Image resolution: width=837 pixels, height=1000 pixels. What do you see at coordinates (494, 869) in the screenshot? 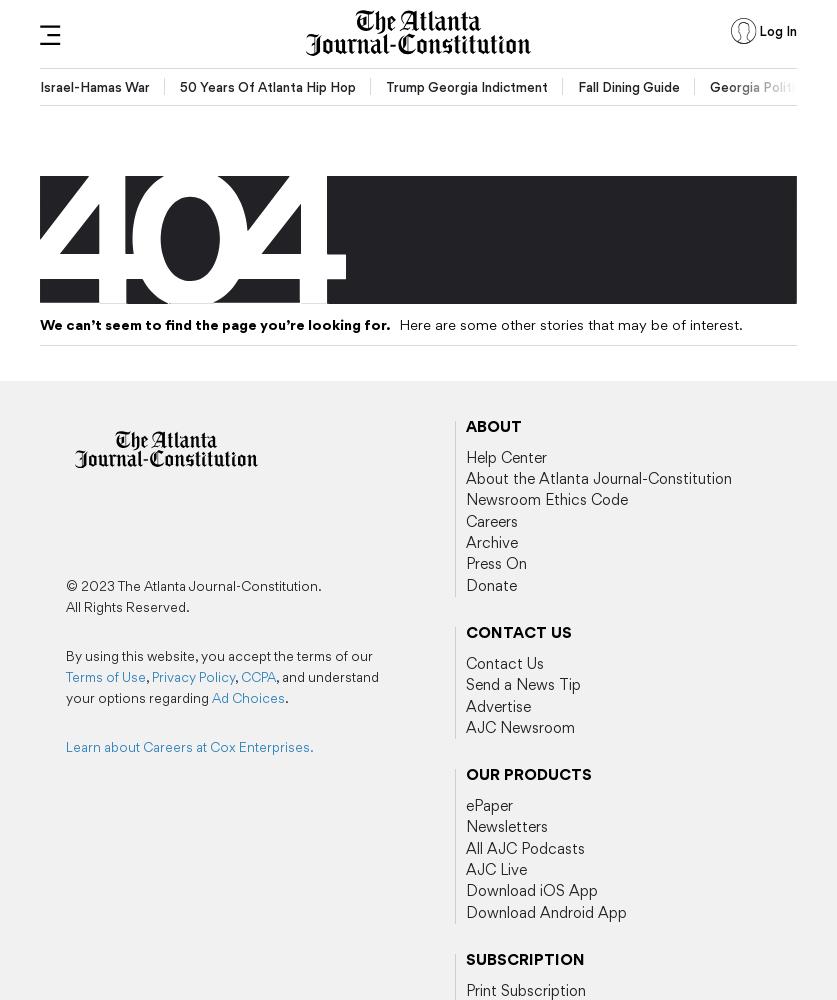
I see `'AJC Live'` at bounding box center [494, 869].